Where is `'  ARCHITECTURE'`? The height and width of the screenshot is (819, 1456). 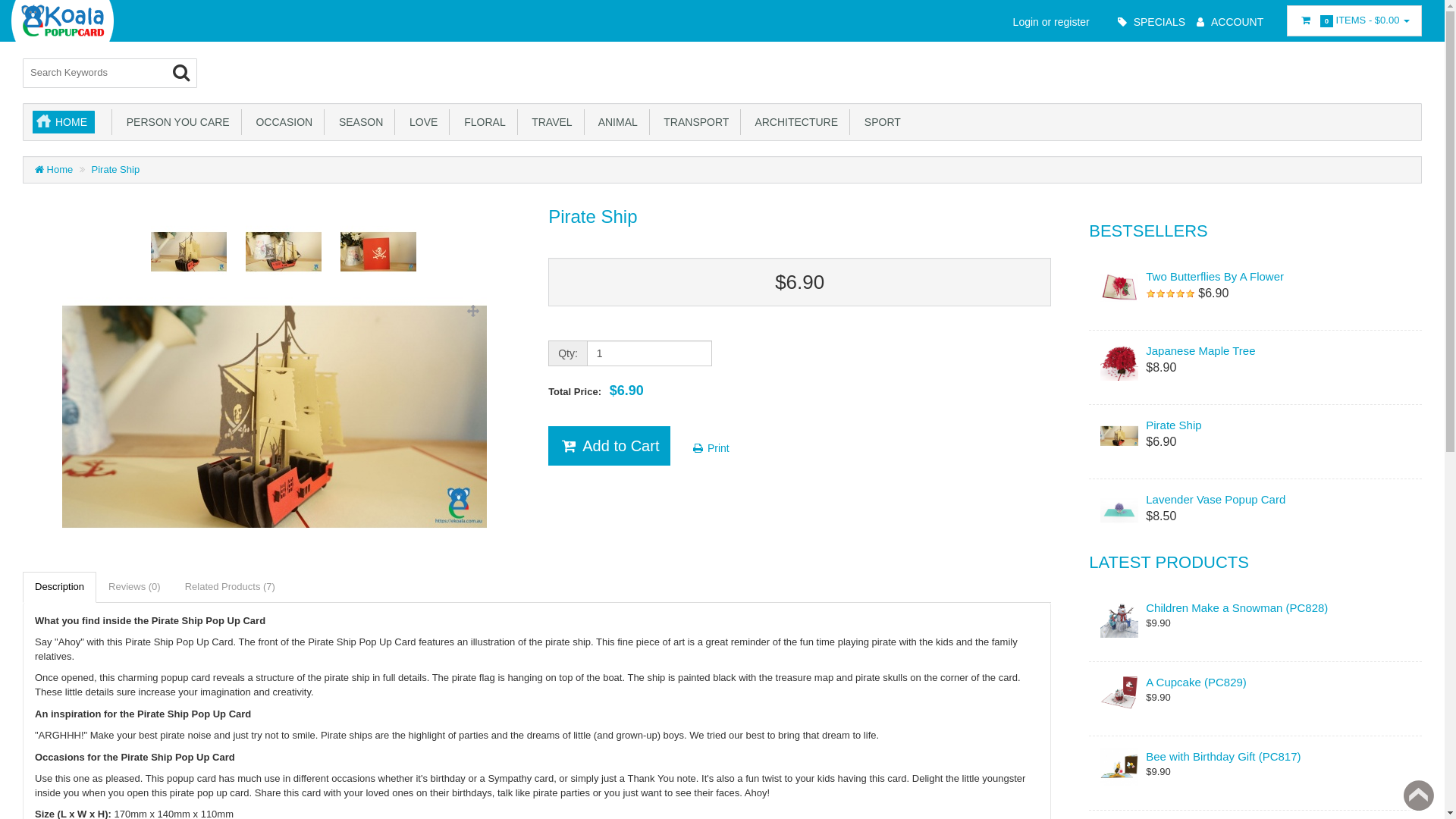
'  ARCHITECTURE' is located at coordinates (795, 121).